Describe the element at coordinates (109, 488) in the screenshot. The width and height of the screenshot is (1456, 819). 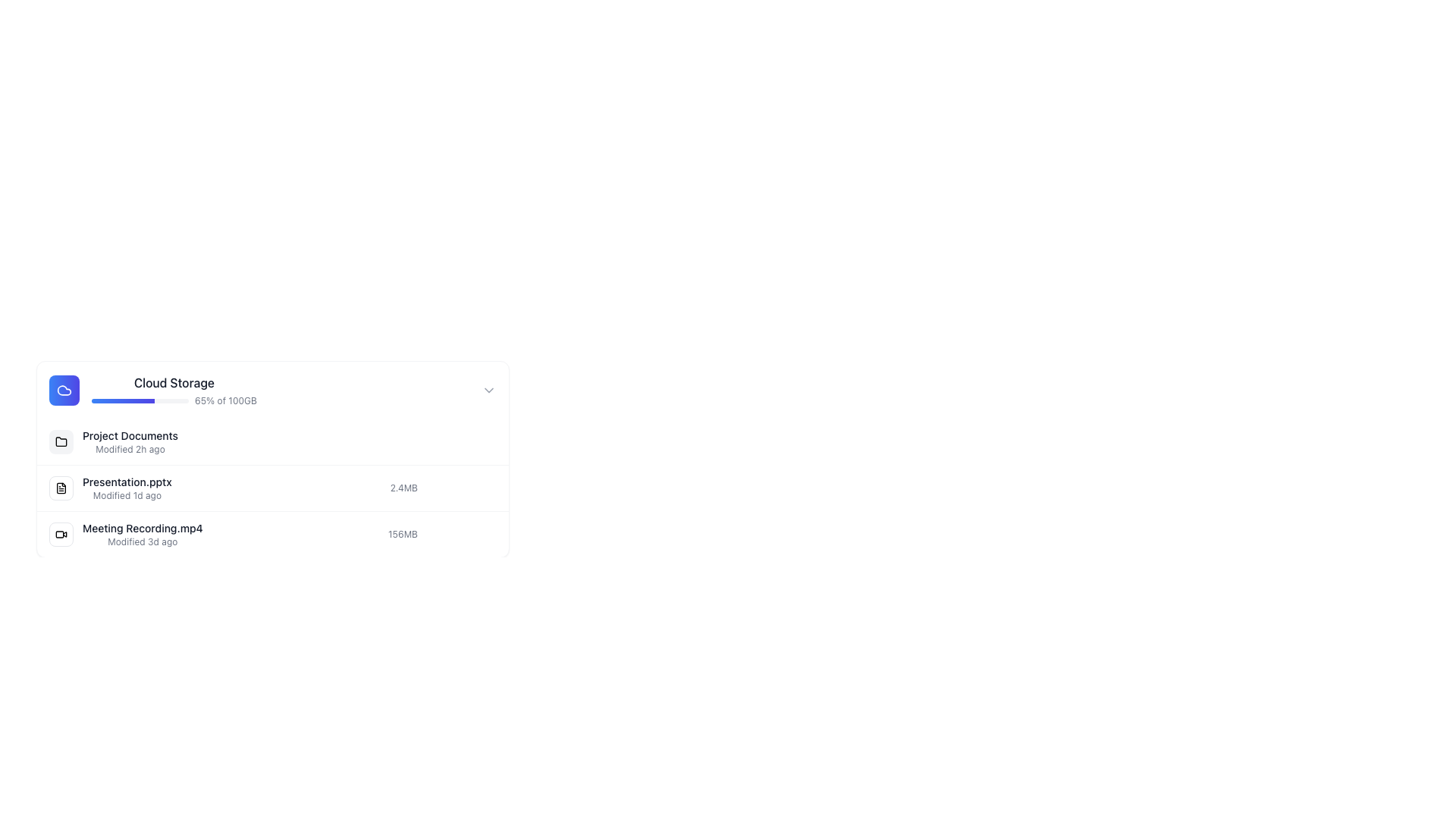
I see `the file list entry located between 'Project Documents' and 'Meeting Recording.mp4'` at that location.